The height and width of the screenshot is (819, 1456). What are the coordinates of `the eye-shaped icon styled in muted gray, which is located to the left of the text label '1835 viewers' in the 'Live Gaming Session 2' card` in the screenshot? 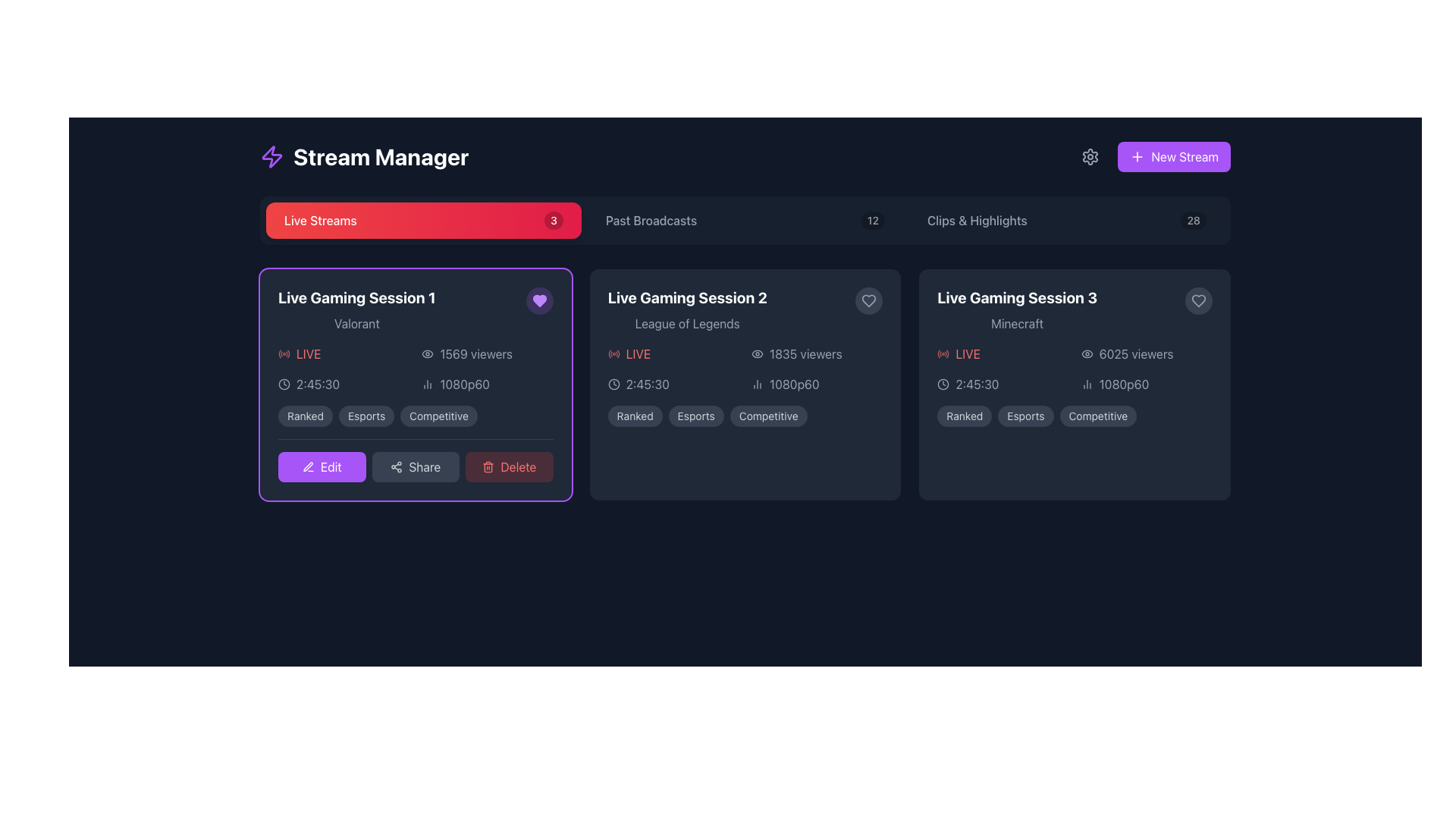 It's located at (757, 353).